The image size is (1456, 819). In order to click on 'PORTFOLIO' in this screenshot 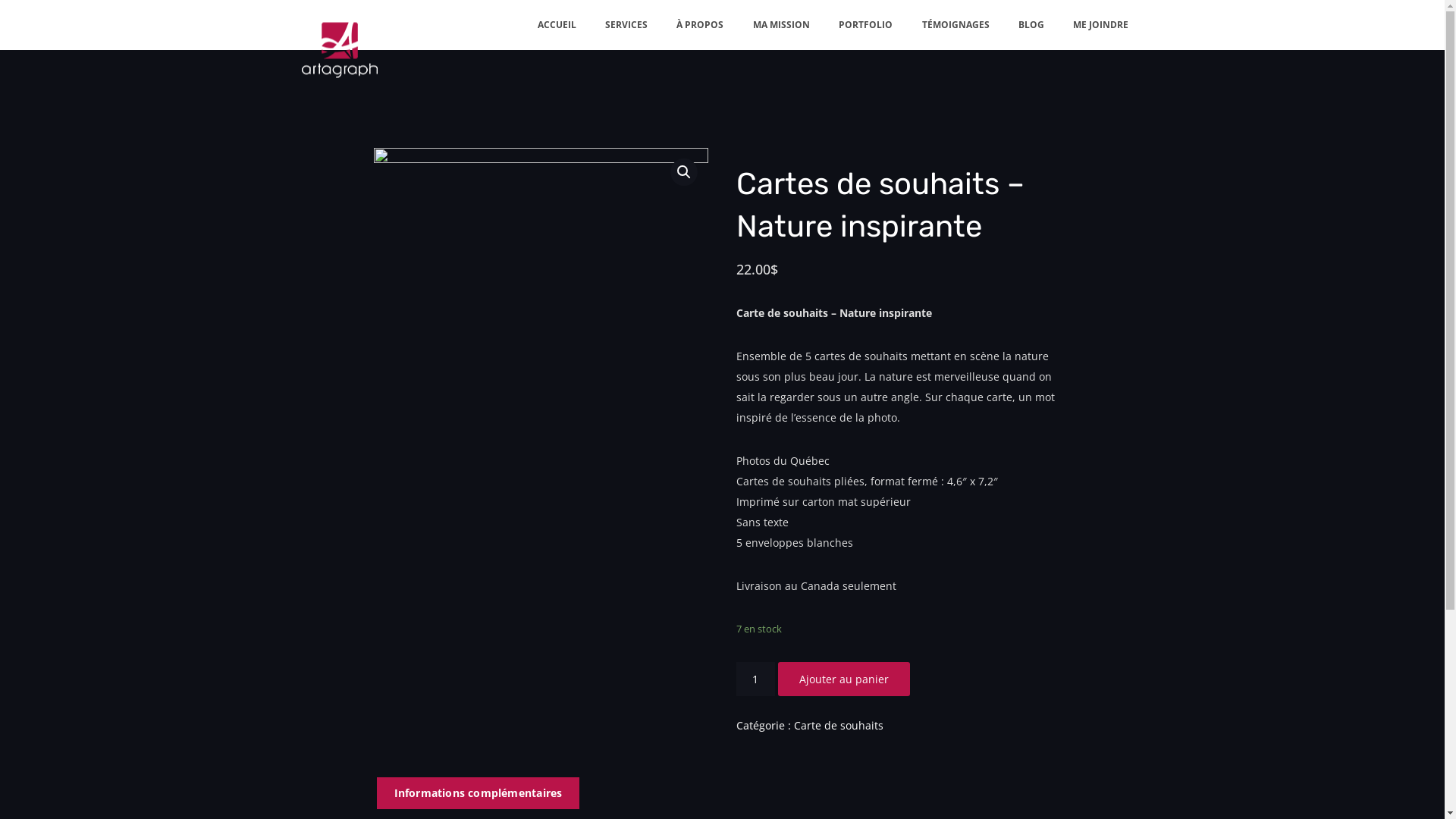, I will do `click(865, 25)`.